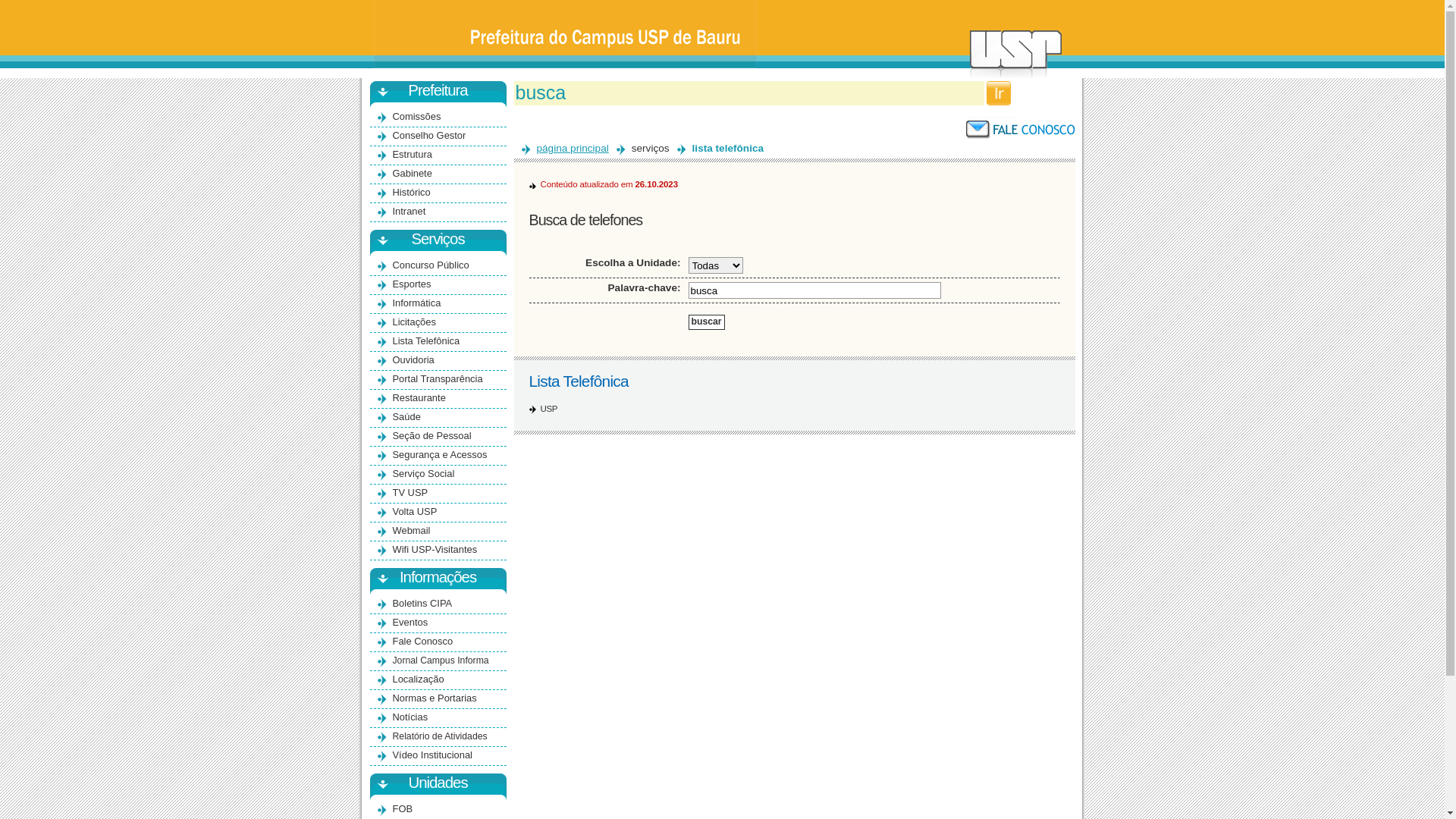 Image resolution: width=1456 pixels, height=819 pixels. I want to click on 'FOB', so click(403, 808).